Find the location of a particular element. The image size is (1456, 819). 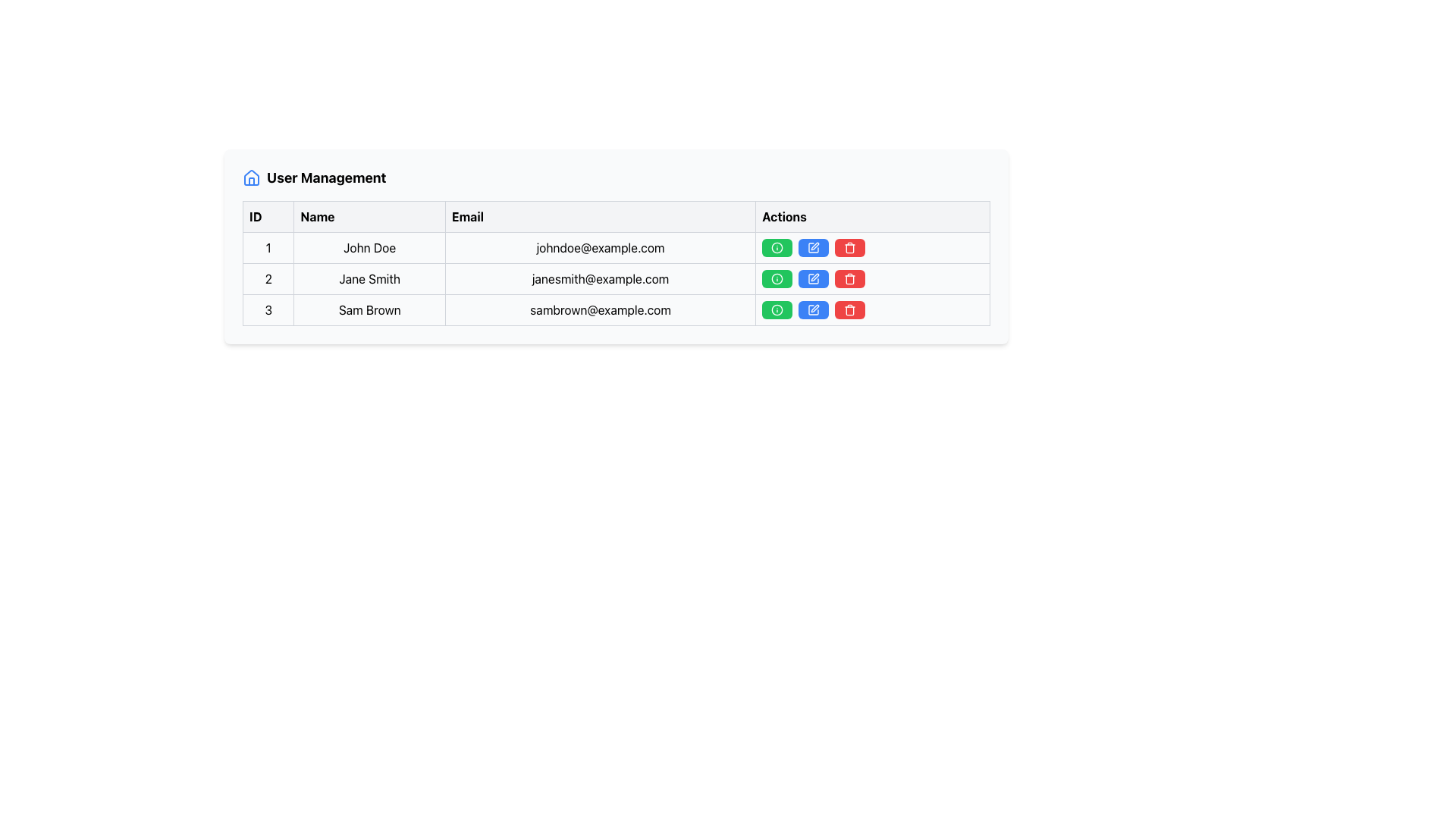

the red button in the 'Actions' column corresponding to 'Jane Smith' in the User Management table is located at coordinates (873, 278).